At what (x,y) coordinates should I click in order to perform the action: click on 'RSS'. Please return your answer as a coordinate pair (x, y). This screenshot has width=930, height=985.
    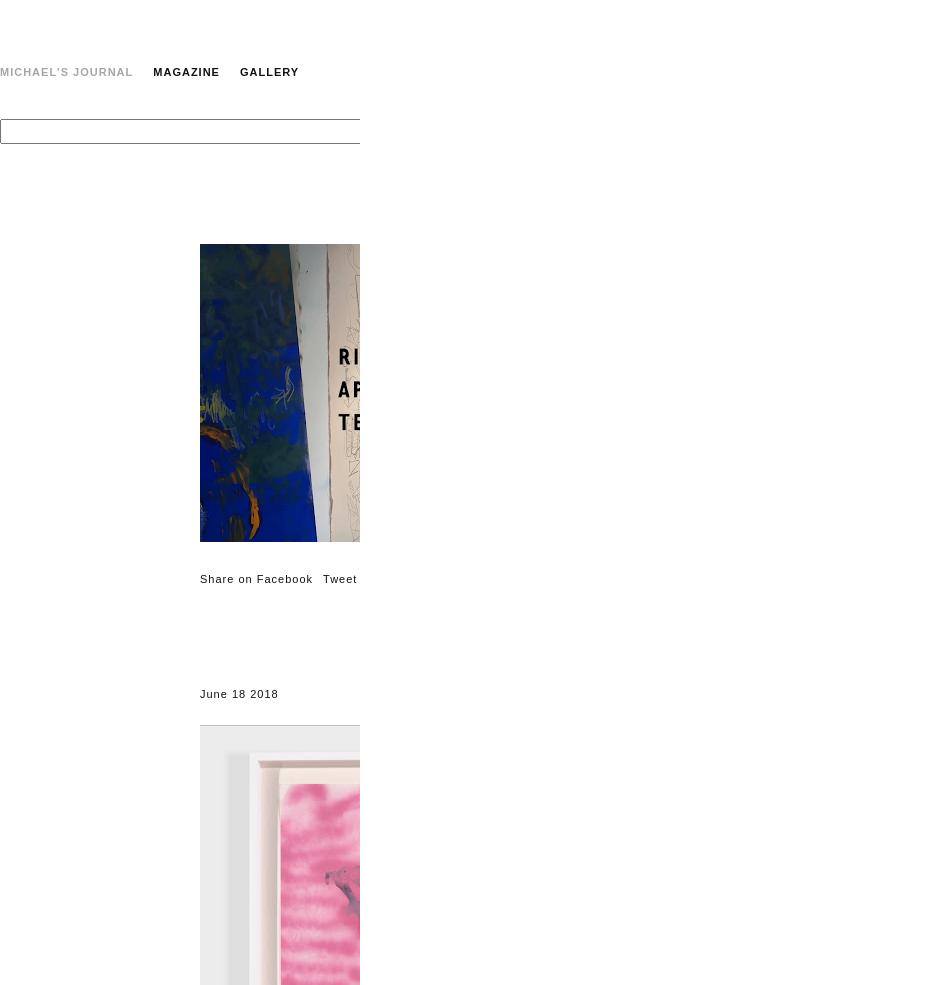
    Looking at the image, I should click on (916, 248).